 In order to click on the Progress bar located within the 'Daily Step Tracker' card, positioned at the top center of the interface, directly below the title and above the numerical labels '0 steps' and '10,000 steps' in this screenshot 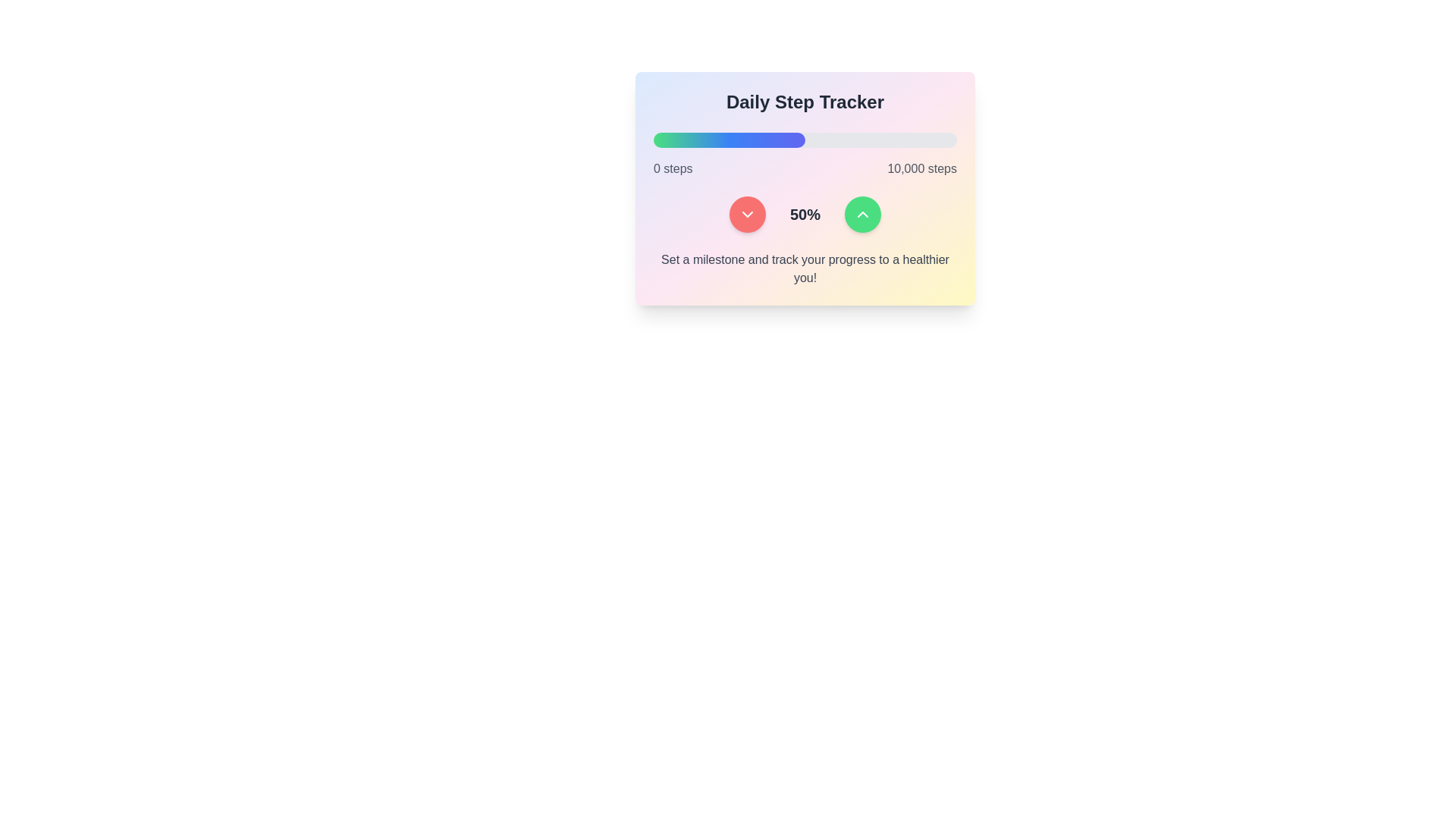, I will do `click(804, 140)`.